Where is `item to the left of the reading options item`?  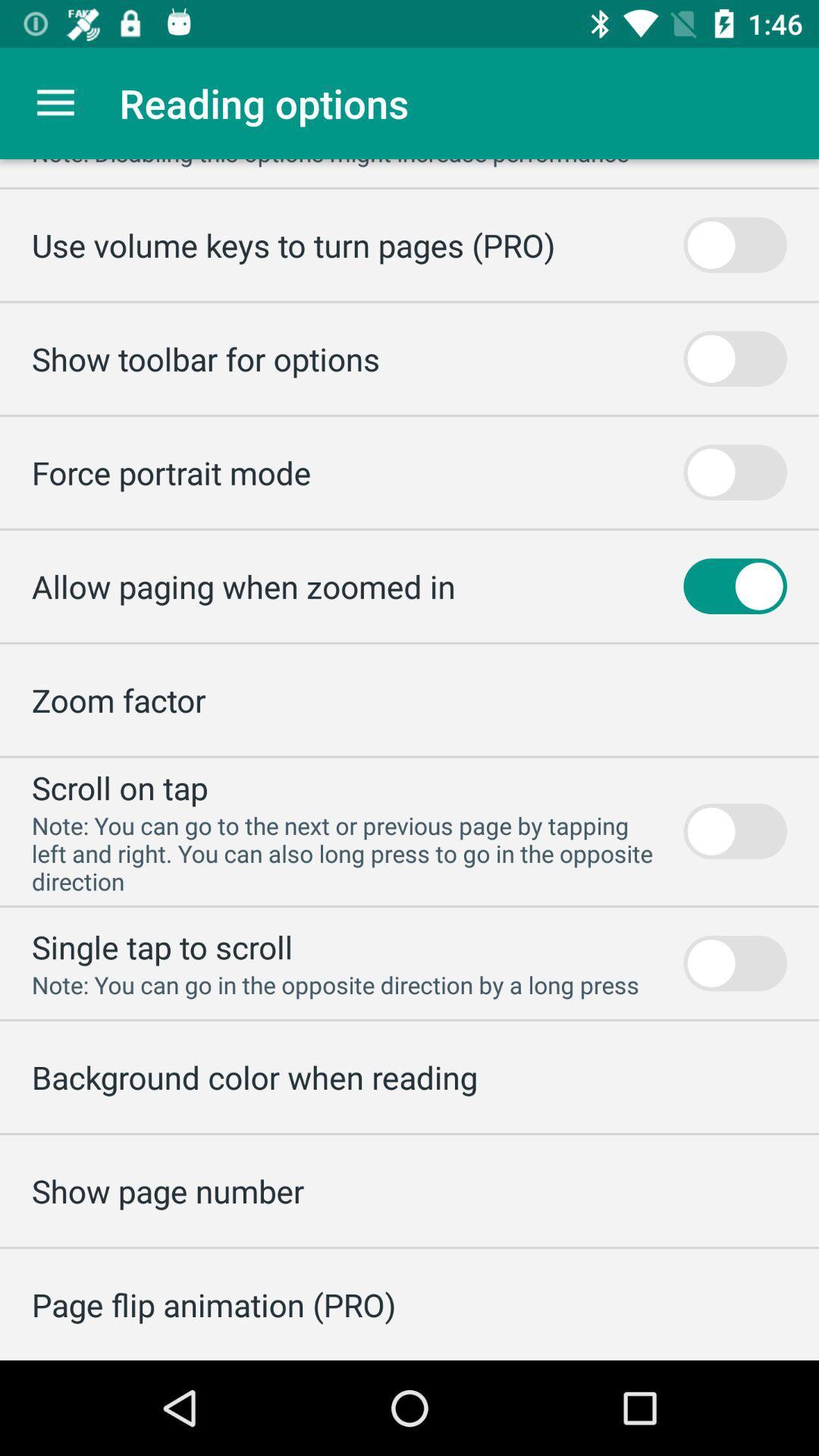
item to the left of the reading options item is located at coordinates (55, 102).